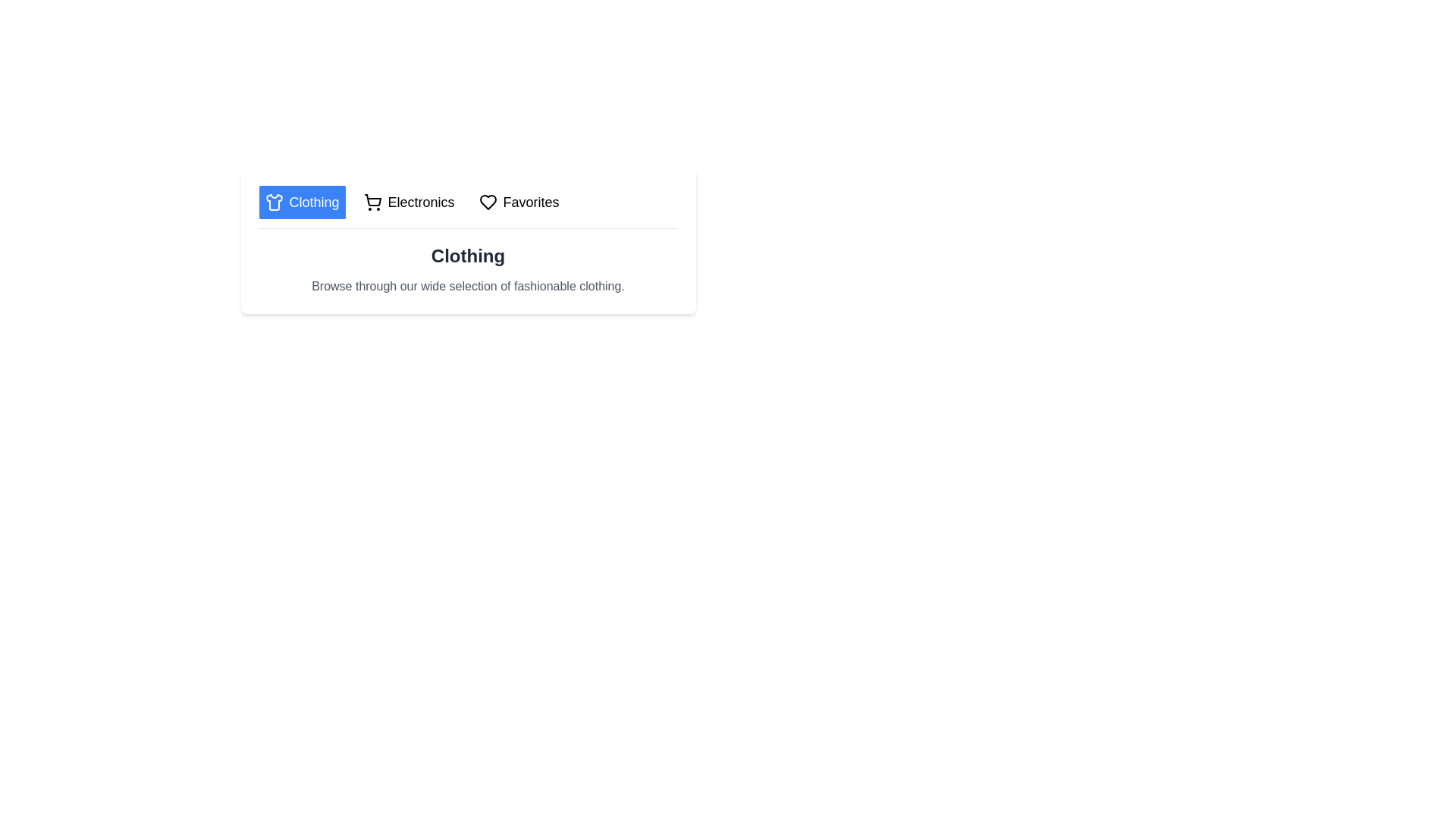  What do you see at coordinates (519, 201) in the screenshot?
I see `the Favorites tab to switch to the corresponding category` at bounding box center [519, 201].